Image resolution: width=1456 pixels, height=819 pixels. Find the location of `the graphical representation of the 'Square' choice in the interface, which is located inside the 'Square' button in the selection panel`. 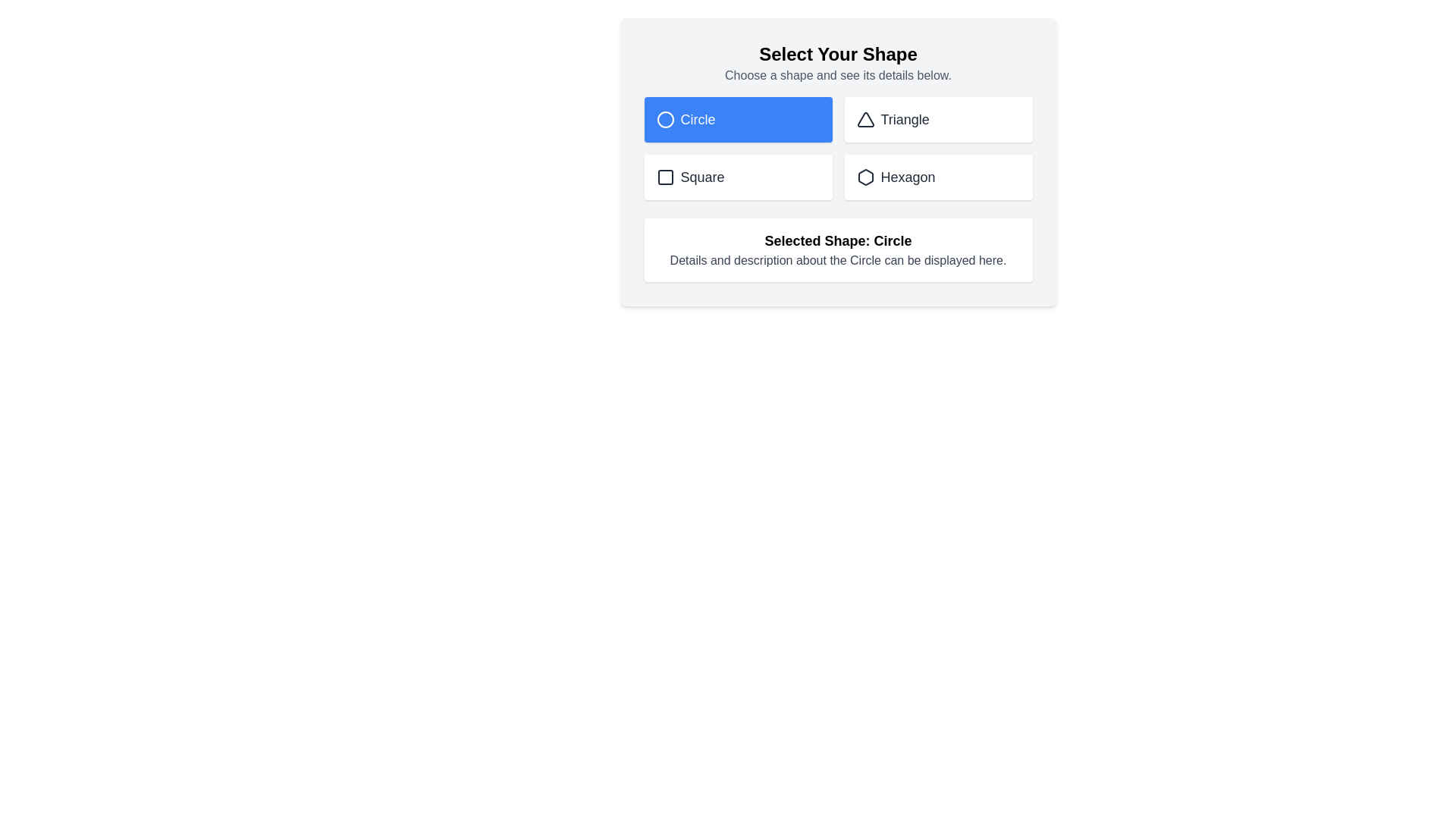

the graphical representation of the 'Square' choice in the interface, which is located inside the 'Square' button in the selection panel is located at coordinates (665, 177).